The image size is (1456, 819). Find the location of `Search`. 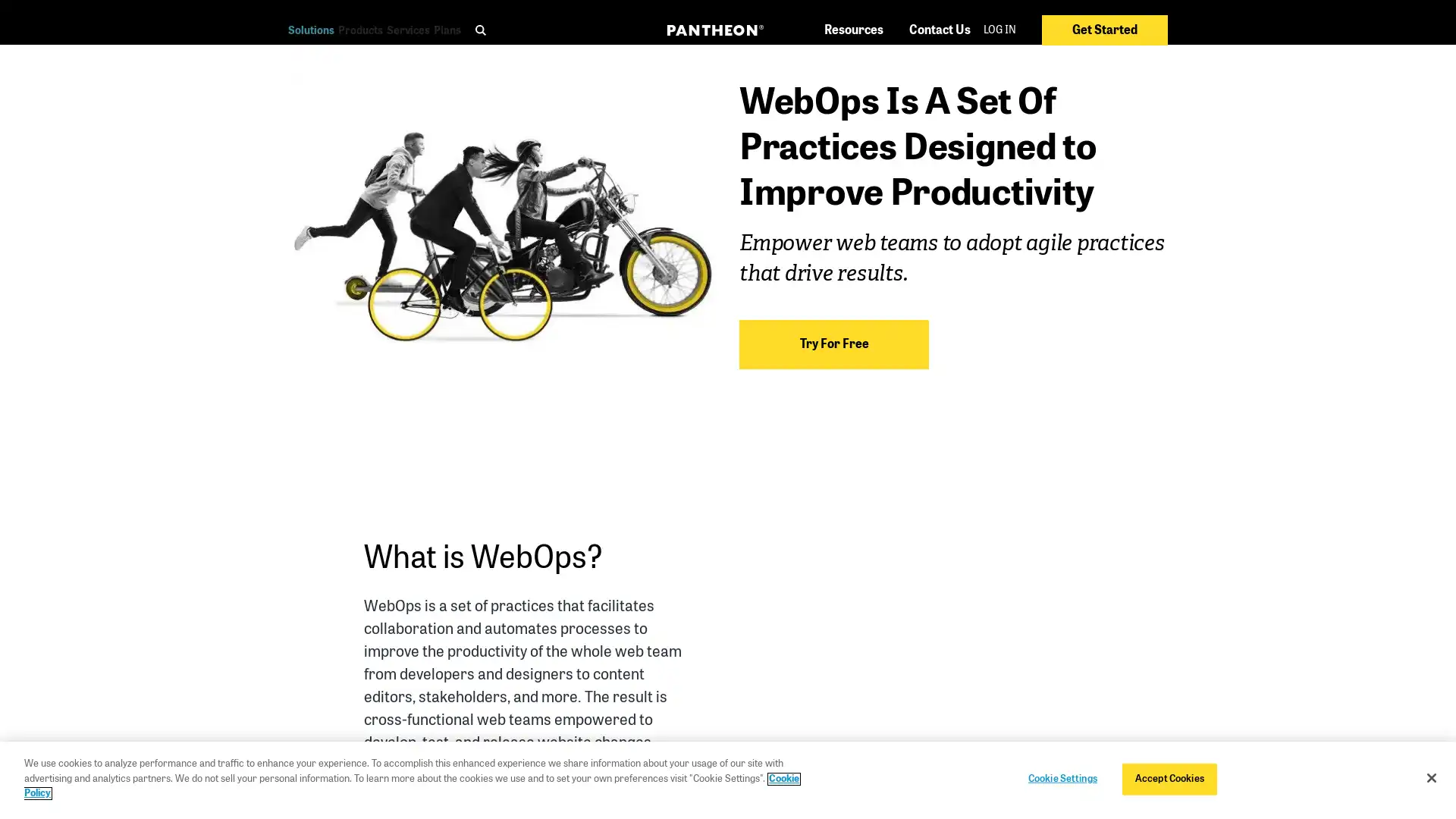

Search is located at coordinates (825, 58).